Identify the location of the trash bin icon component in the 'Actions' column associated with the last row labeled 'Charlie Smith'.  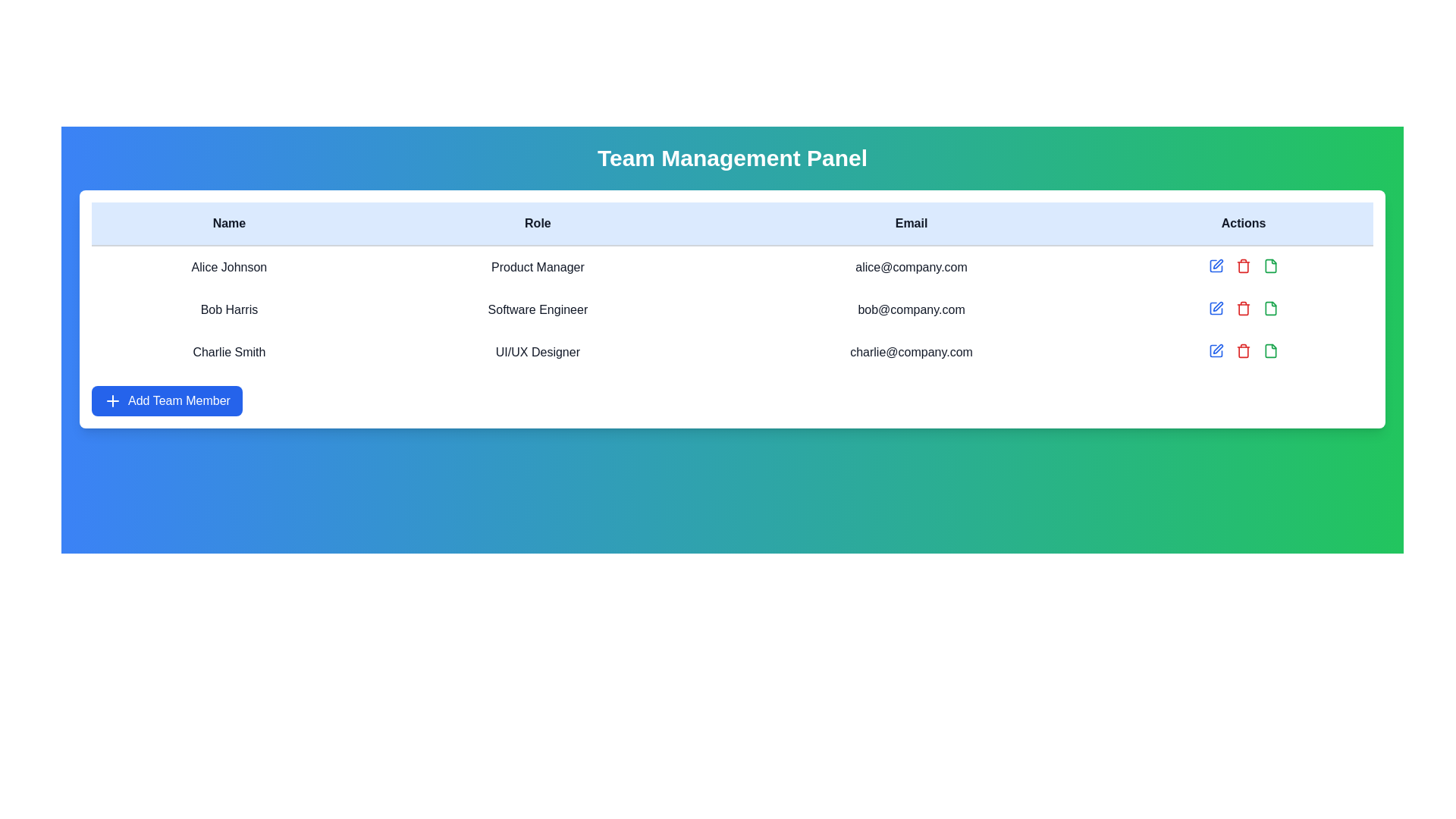
(1244, 352).